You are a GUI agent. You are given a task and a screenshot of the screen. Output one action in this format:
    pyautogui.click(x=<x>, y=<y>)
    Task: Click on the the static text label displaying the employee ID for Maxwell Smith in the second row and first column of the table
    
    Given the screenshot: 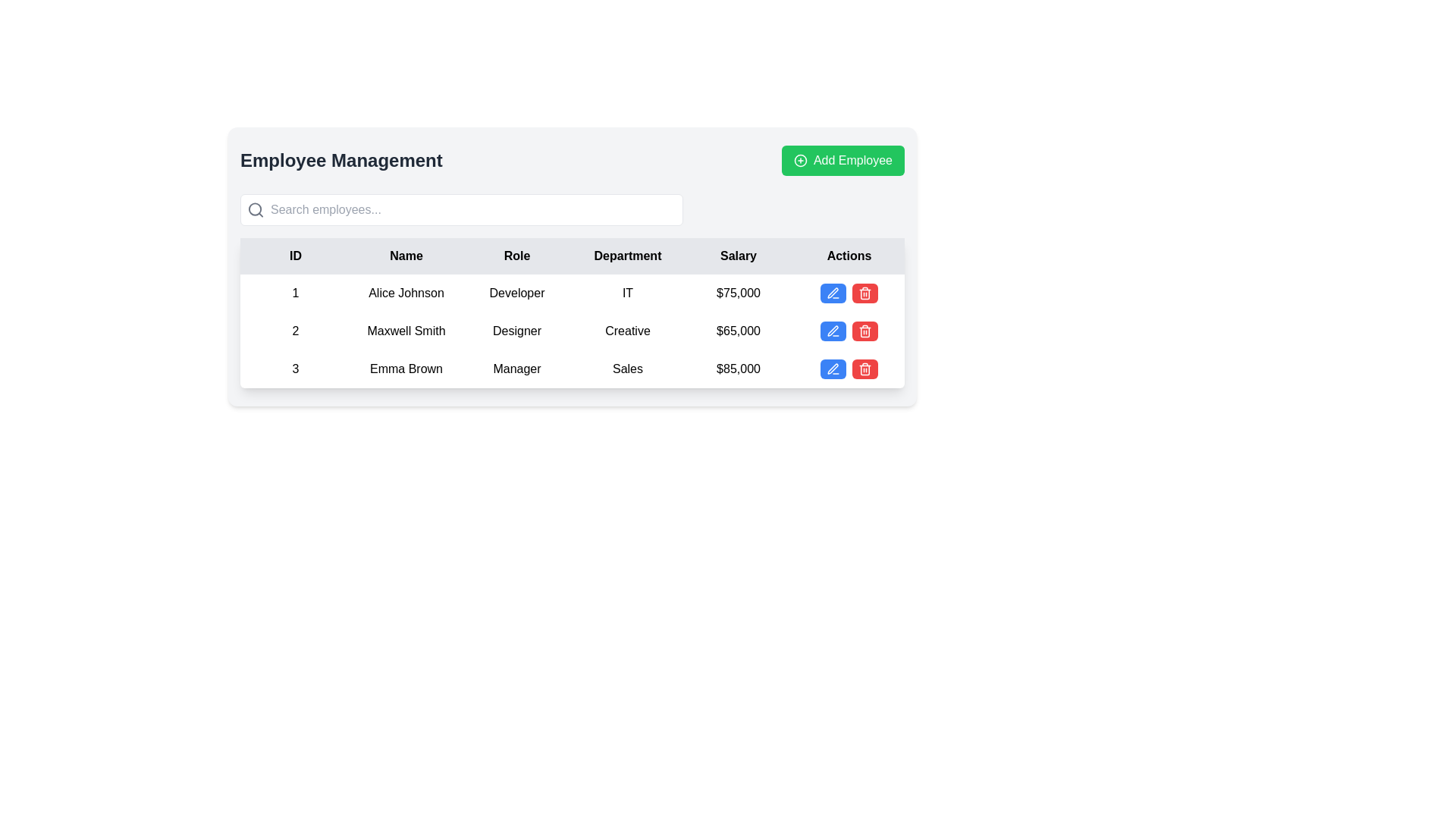 What is the action you would take?
    pyautogui.click(x=295, y=330)
    